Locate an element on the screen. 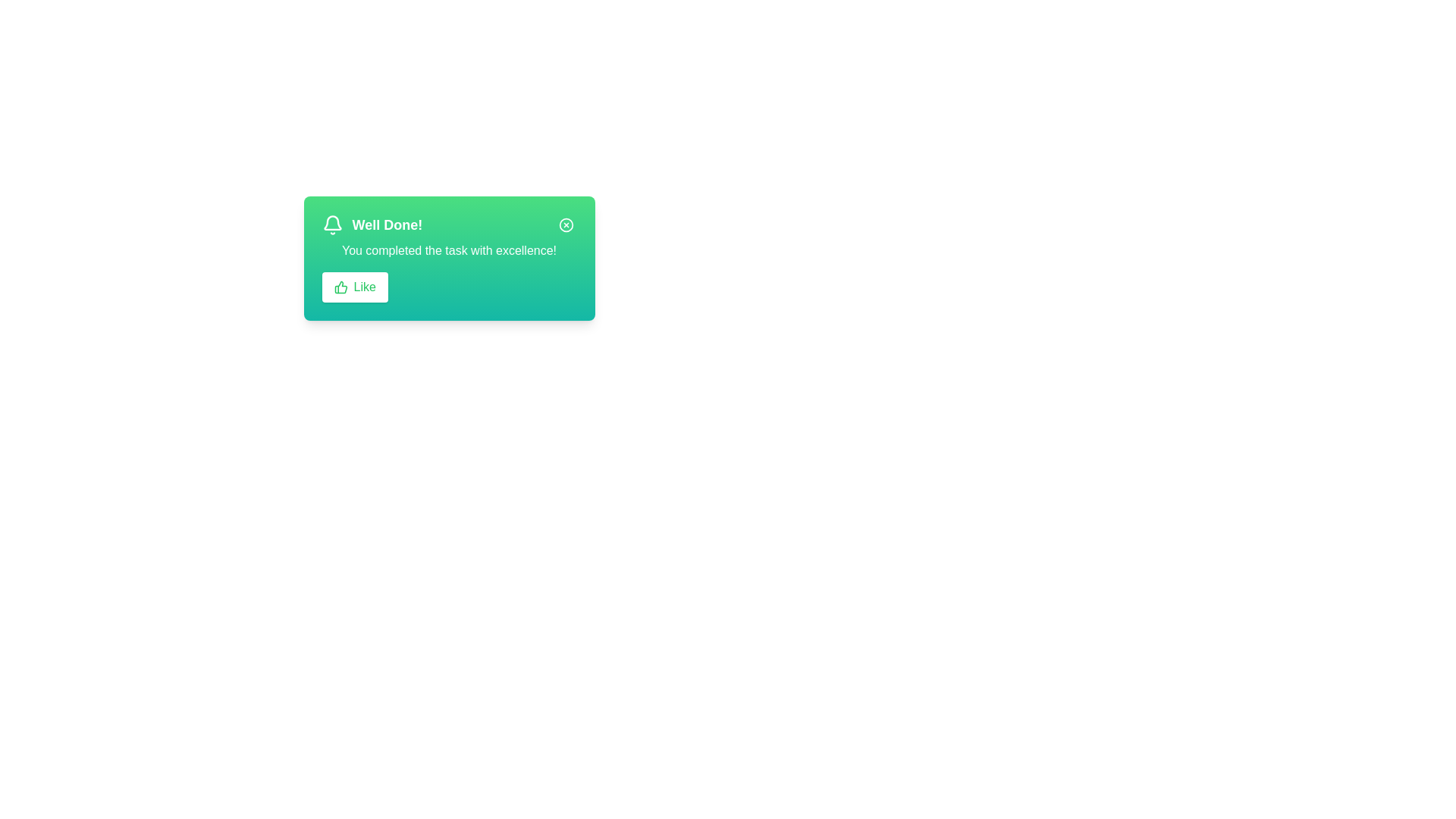  the close button to hide the alert is located at coordinates (565, 225).